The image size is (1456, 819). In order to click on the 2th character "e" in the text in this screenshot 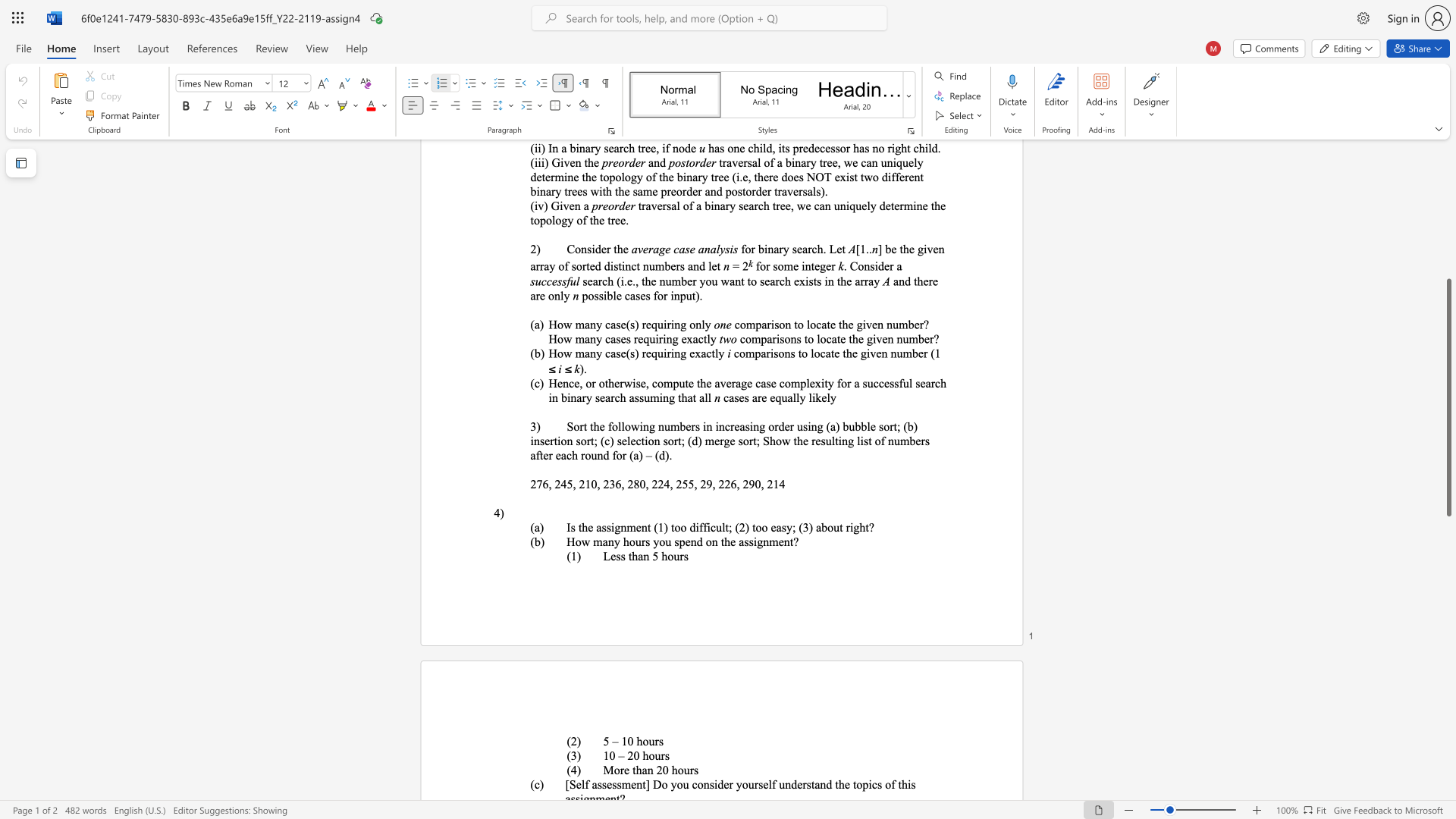, I will do `click(733, 541)`.